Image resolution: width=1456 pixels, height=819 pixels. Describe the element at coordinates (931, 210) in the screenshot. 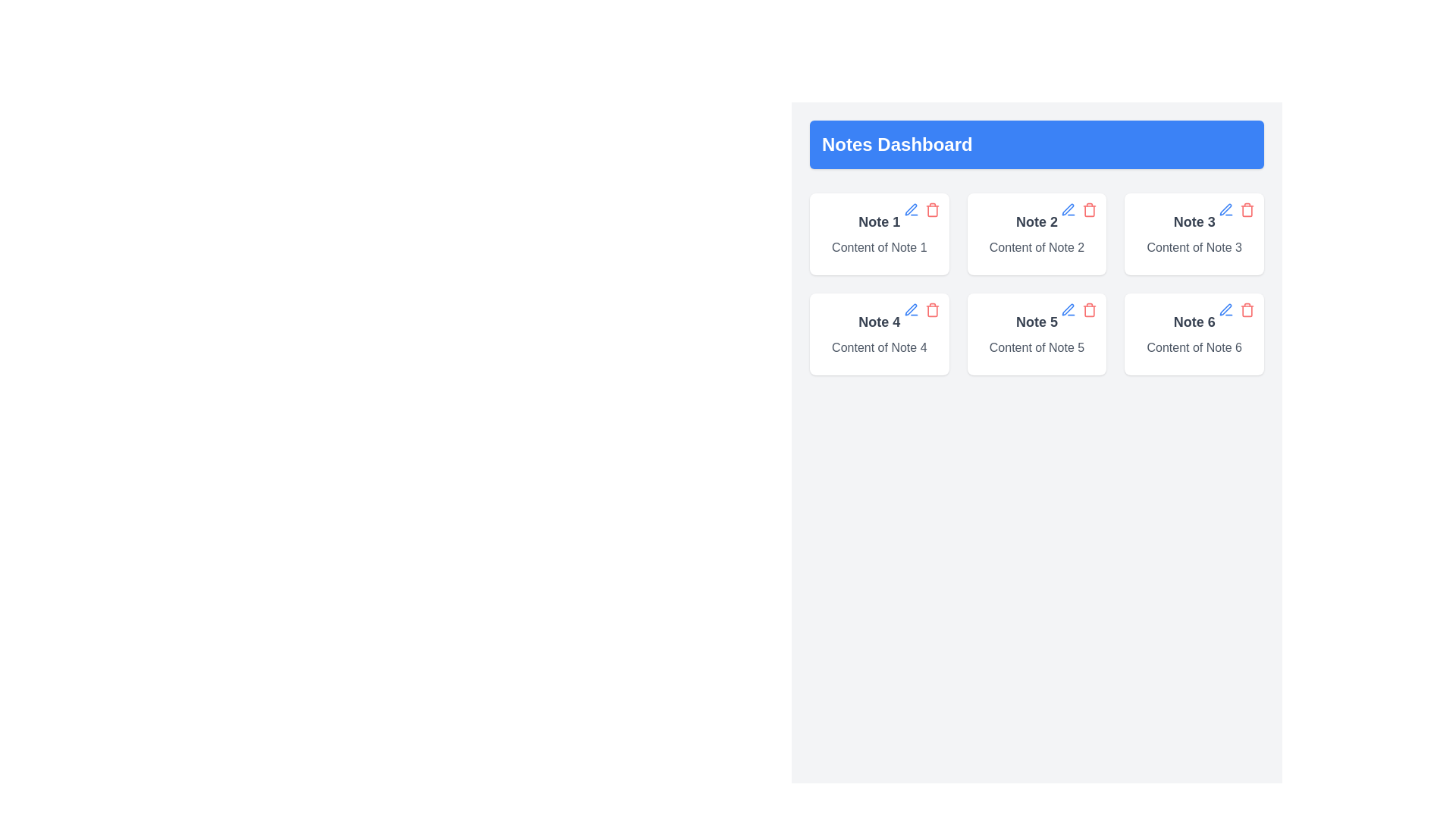

I see `the delete button located at the top-right corner of the individual note card in the Notes Dashboard by` at that location.